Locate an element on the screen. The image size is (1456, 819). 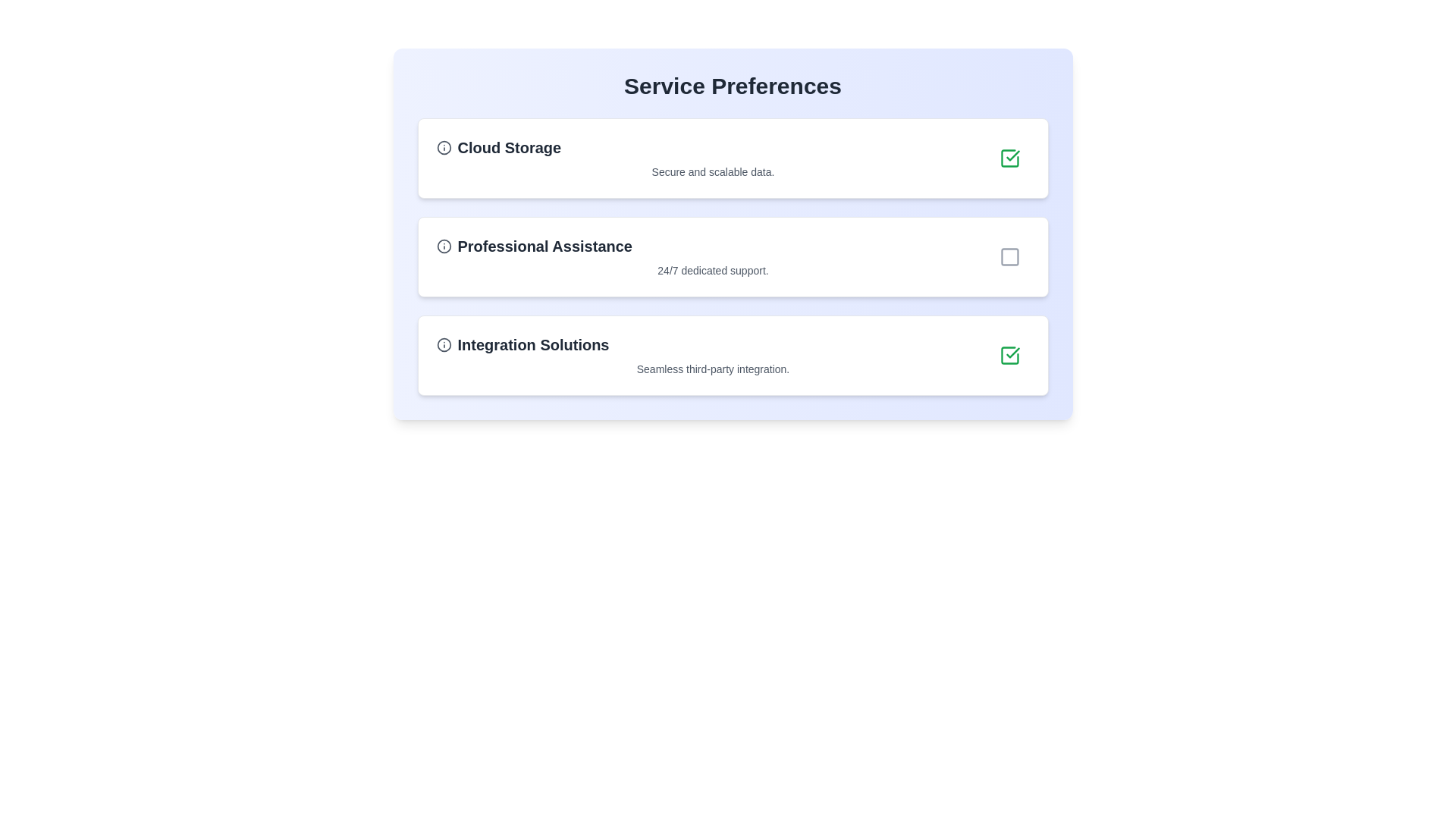
the Text Label that describes a feature or benefit associated with the 'Professional Assistance' category located in the 'Service Preferences' section between Cloud Storage and Integration Solutions is located at coordinates (712, 270).